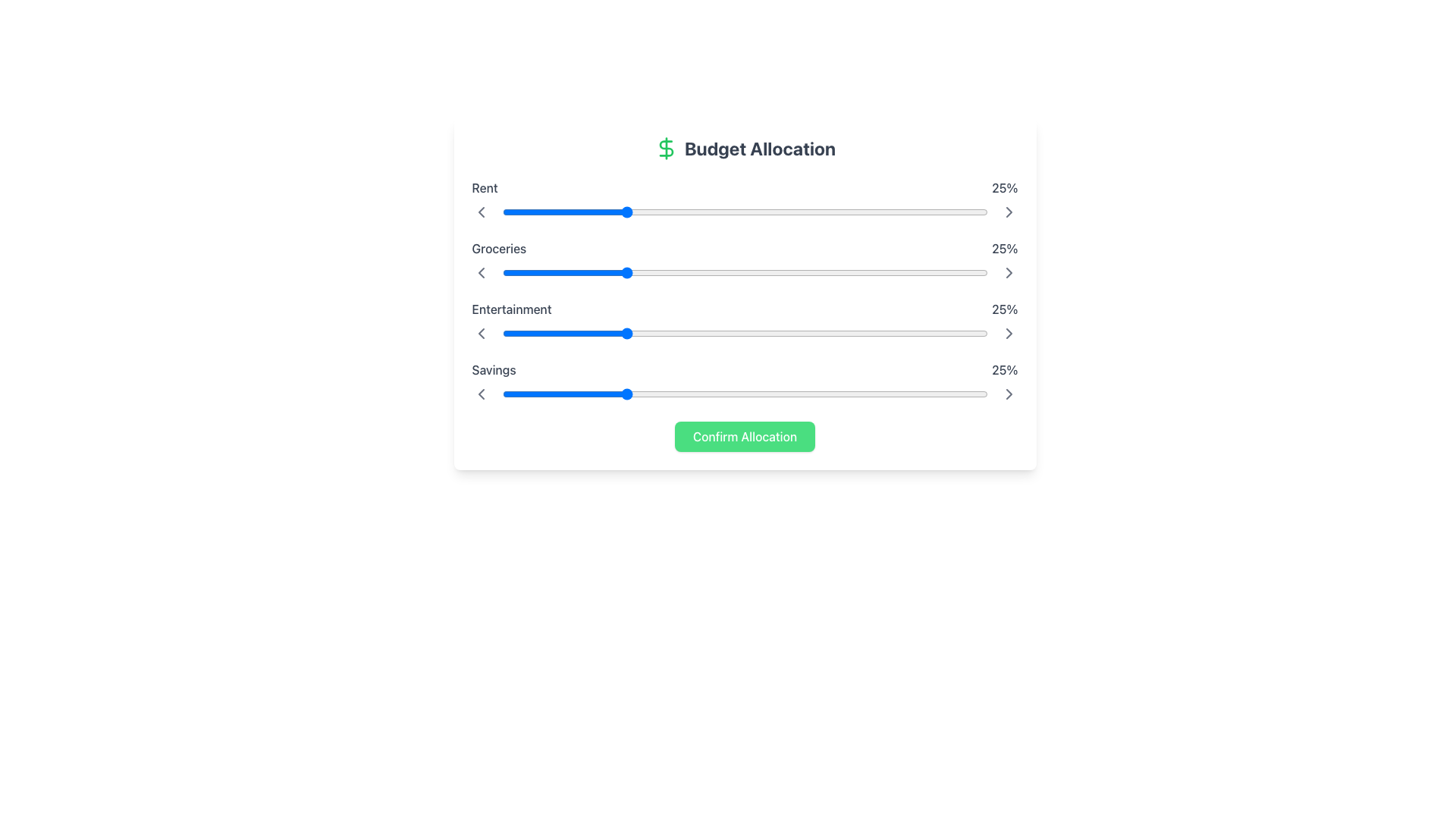 Image resolution: width=1456 pixels, height=819 pixels. Describe the element at coordinates (657, 271) in the screenshot. I see `the groceries allocation percentage` at that location.